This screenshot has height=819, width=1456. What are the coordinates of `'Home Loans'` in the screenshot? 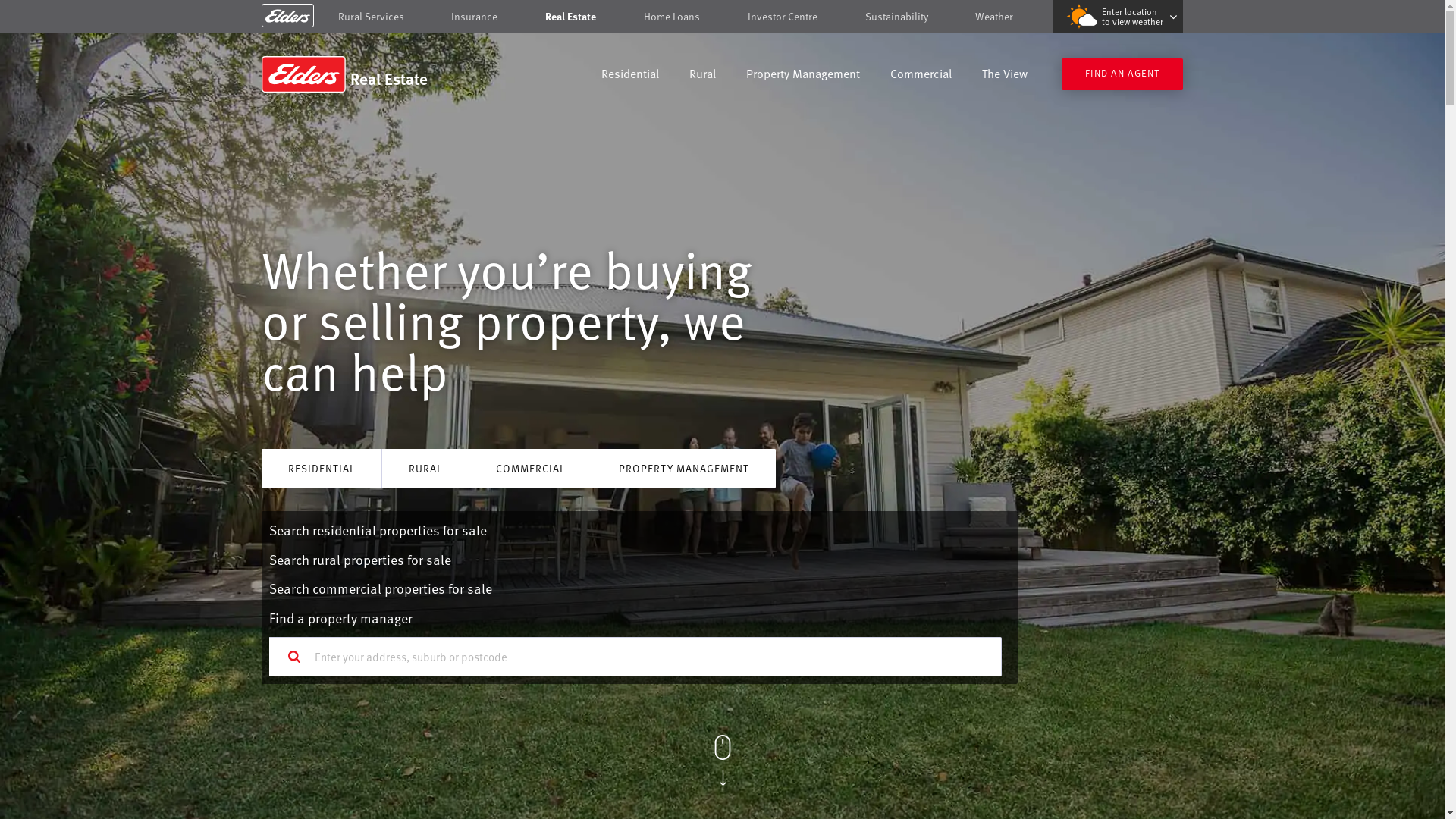 It's located at (671, 16).